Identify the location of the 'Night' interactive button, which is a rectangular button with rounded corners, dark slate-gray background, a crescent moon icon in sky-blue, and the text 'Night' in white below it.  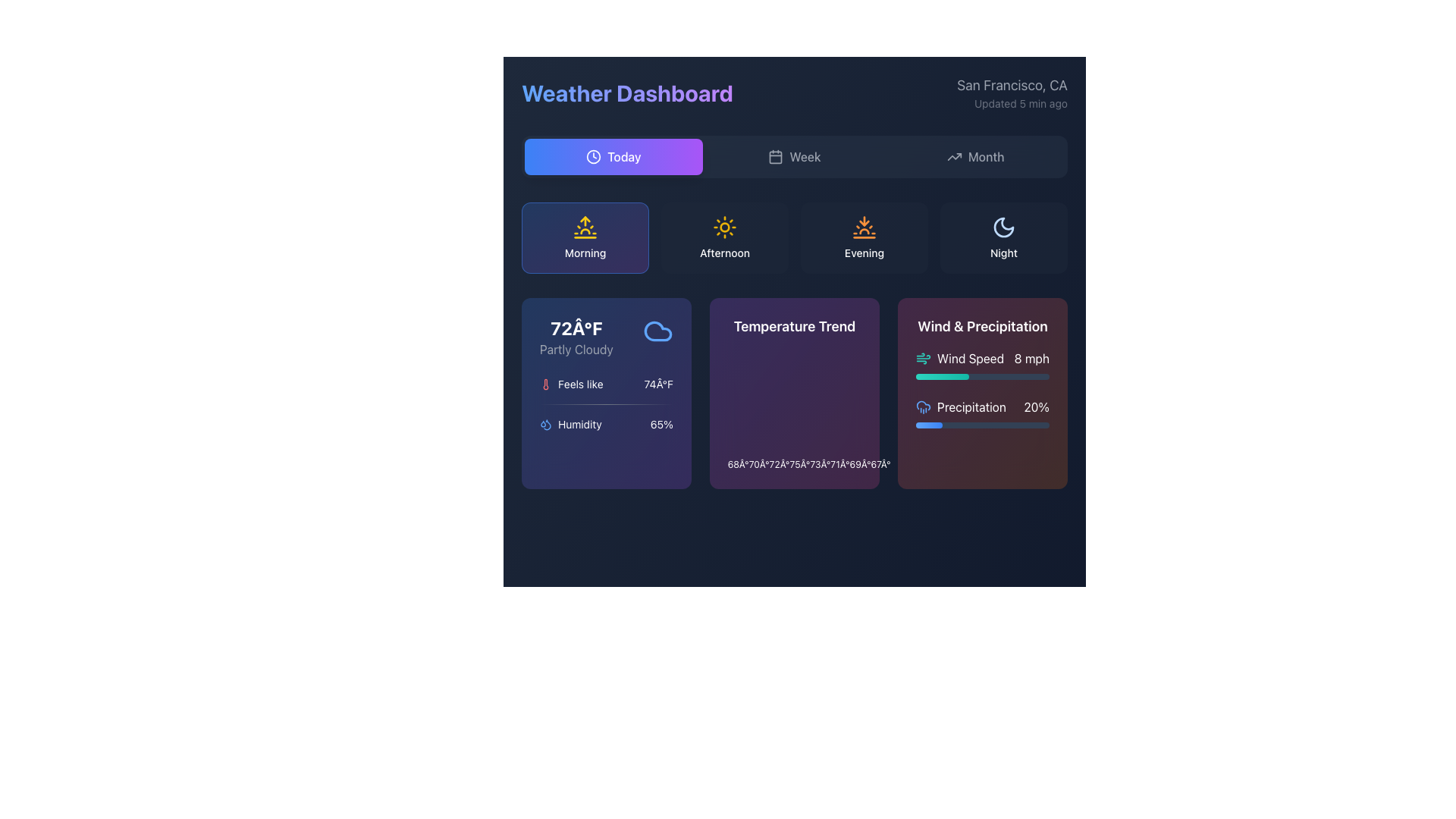
(1004, 237).